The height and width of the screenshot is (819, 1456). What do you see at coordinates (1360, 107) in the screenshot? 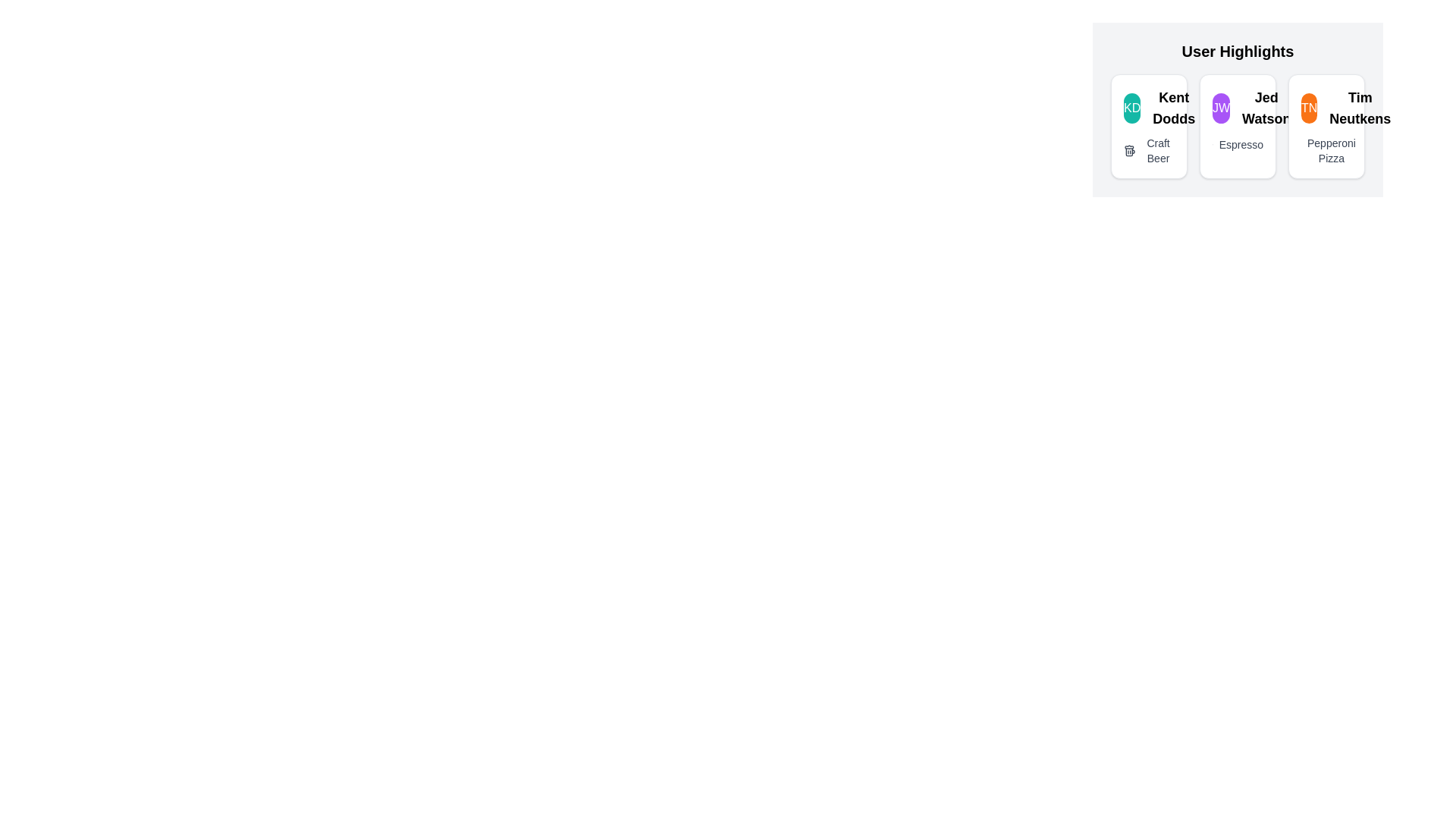
I see `the static text element displaying 'Tim Neutkens' located on the top-right card within the 'User Highlights' section, positioned just to the right of the circular icon with initials 'TN'` at bounding box center [1360, 107].